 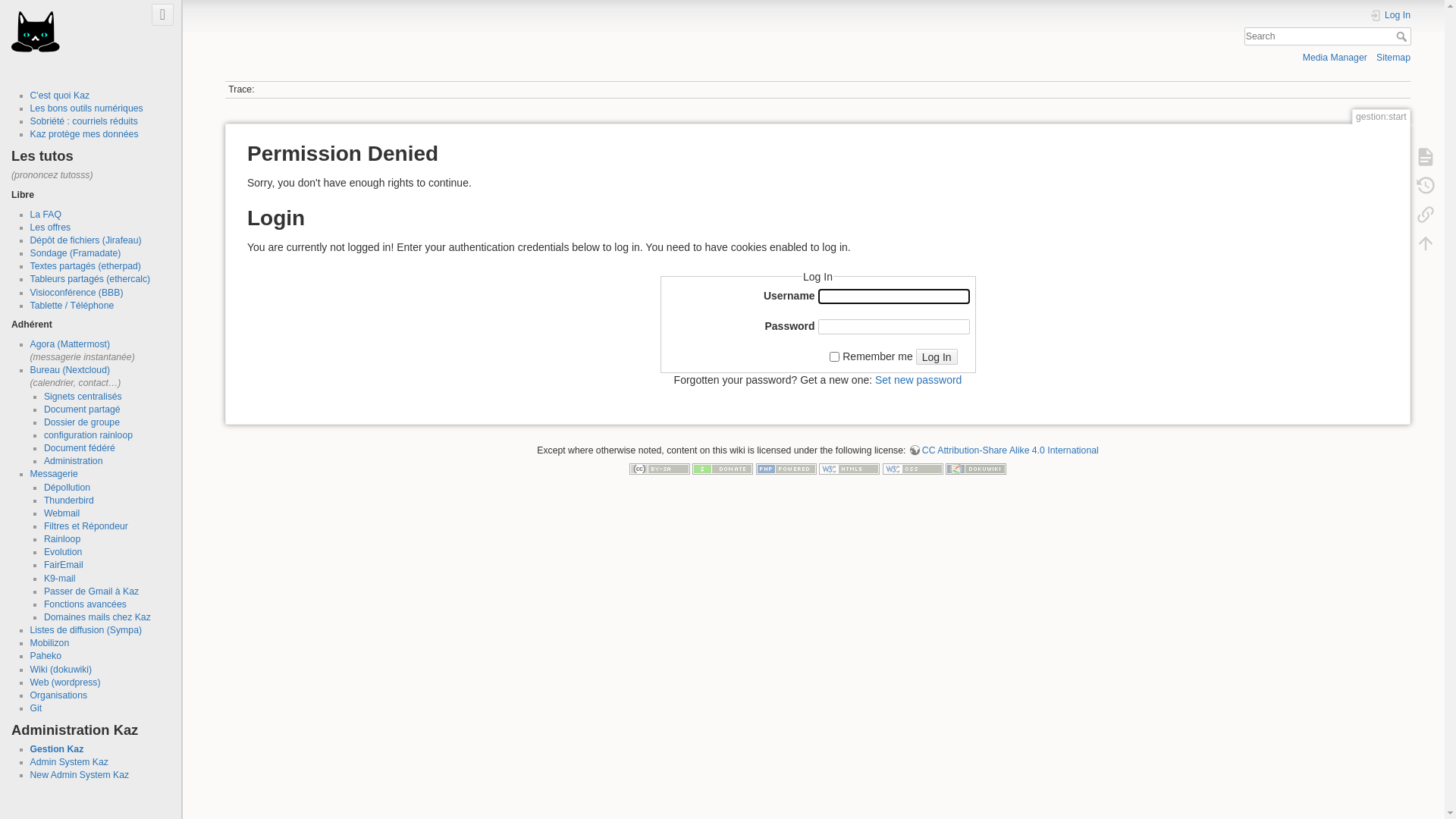 I want to click on 'La FAQ', so click(x=46, y=214).